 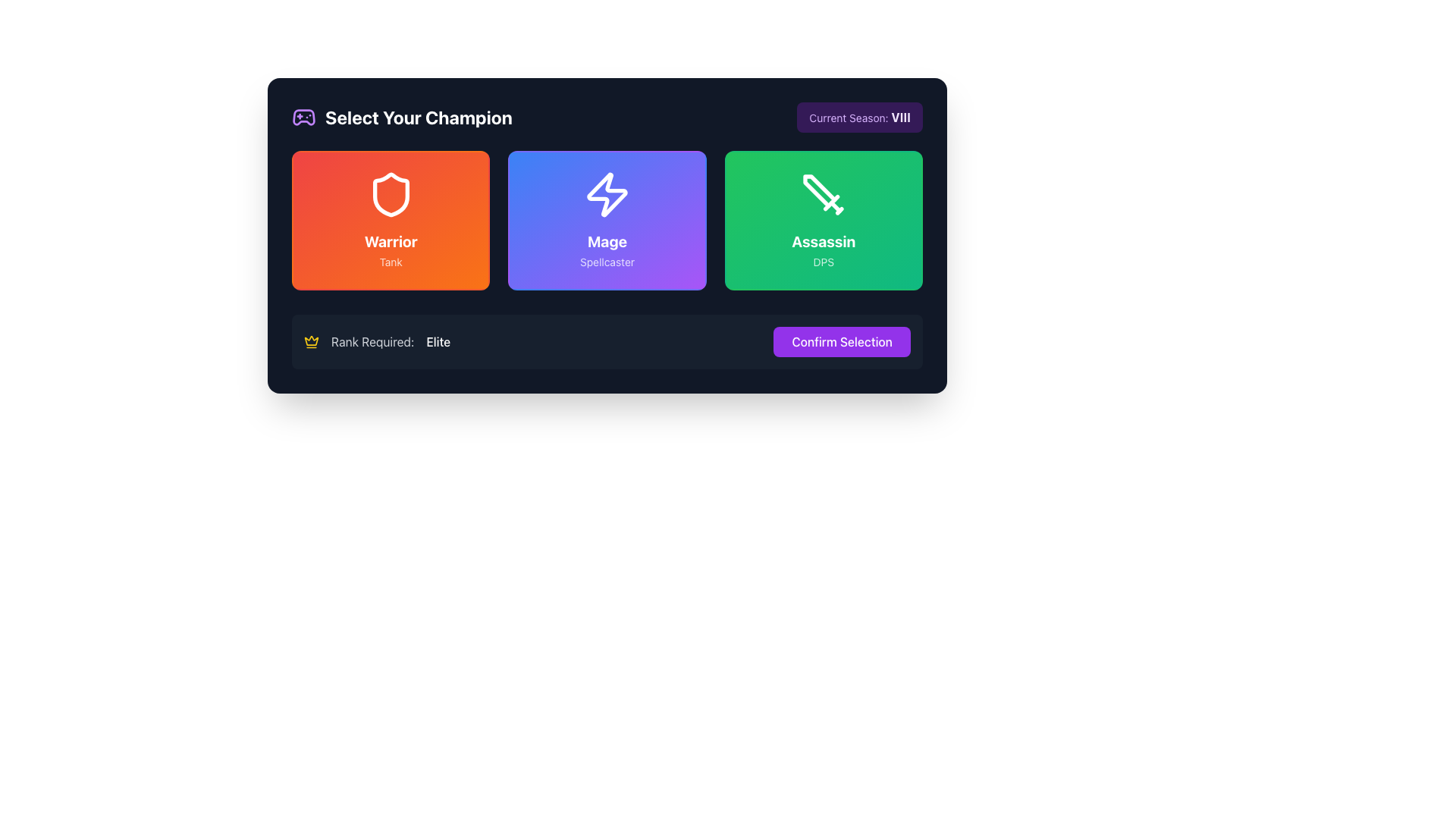 What do you see at coordinates (607, 261) in the screenshot?
I see `descriptive text label beneath the bold 'Mage' title within the 'Mage' card, which is the second card from the left among three horizontally arranged cards` at bounding box center [607, 261].